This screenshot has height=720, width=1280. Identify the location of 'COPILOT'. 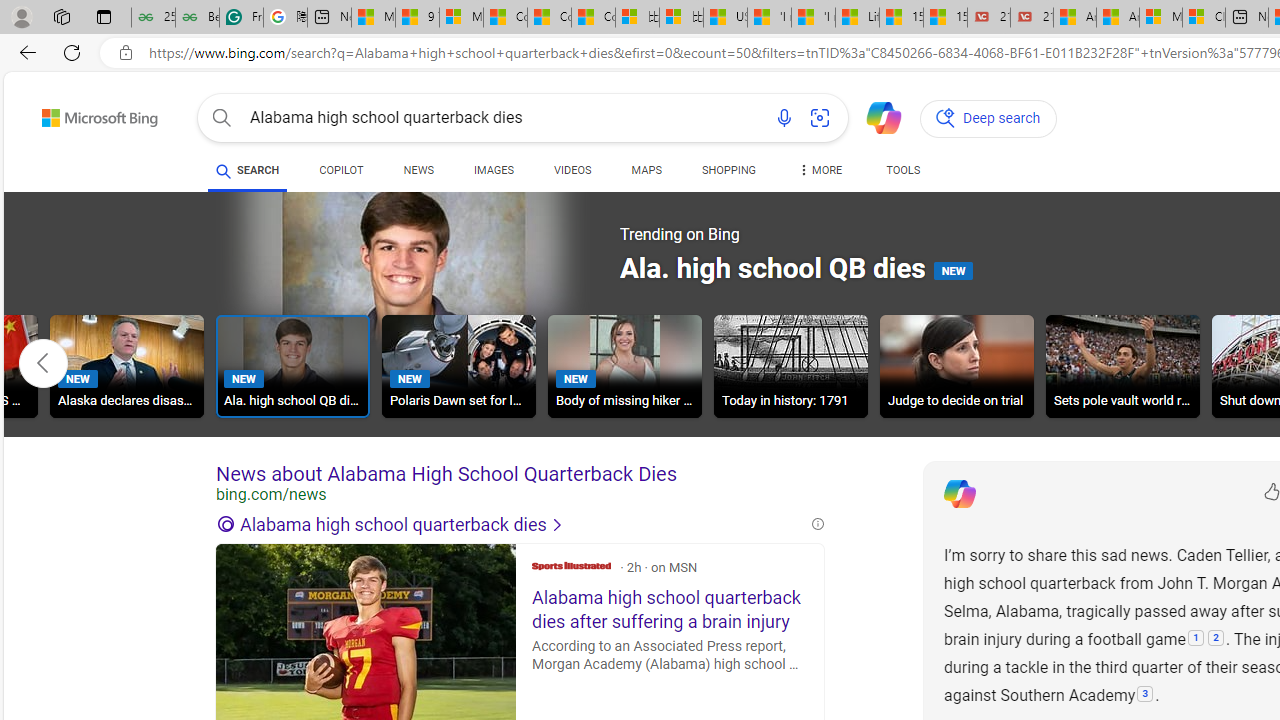
(341, 172).